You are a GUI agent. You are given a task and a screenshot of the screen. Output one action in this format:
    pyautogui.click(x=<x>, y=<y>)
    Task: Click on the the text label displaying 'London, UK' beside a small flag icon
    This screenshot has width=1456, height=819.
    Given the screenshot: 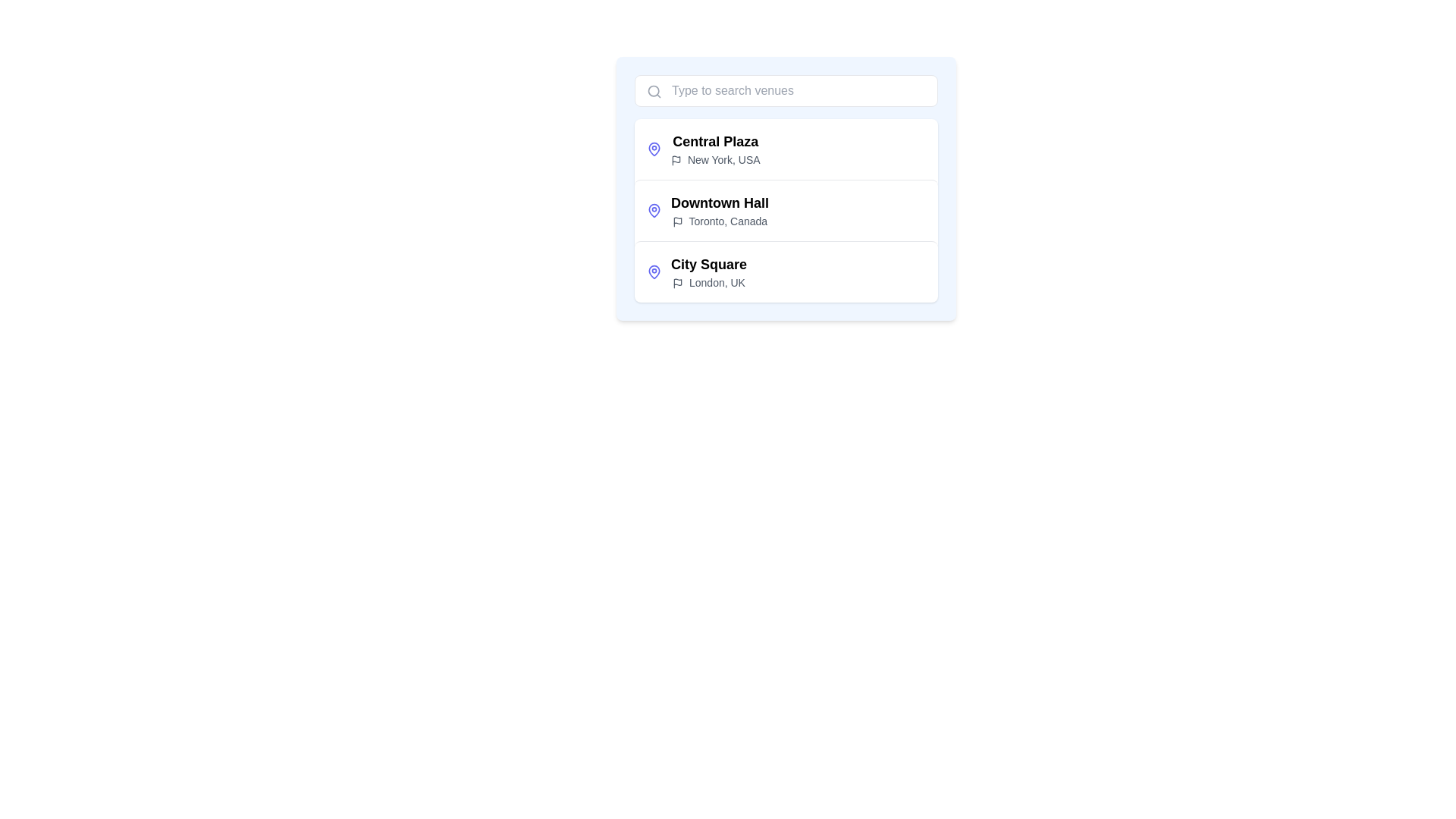 What is the action you would take?
    pyautogui.click(x=708, y=283)
    